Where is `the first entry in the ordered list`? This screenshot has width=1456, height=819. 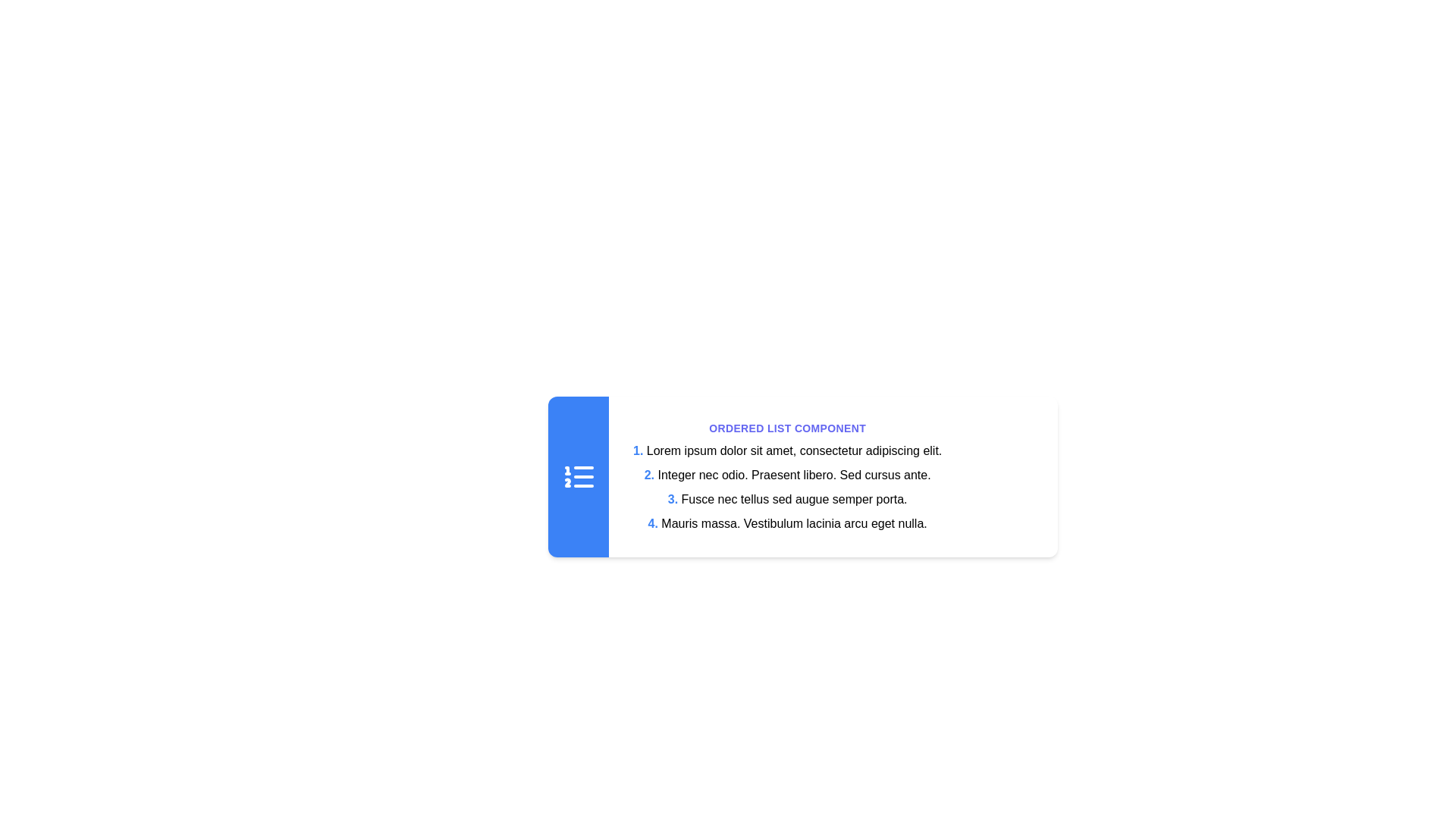
the first entry in the ordered list is located at coordinates (787, 450).